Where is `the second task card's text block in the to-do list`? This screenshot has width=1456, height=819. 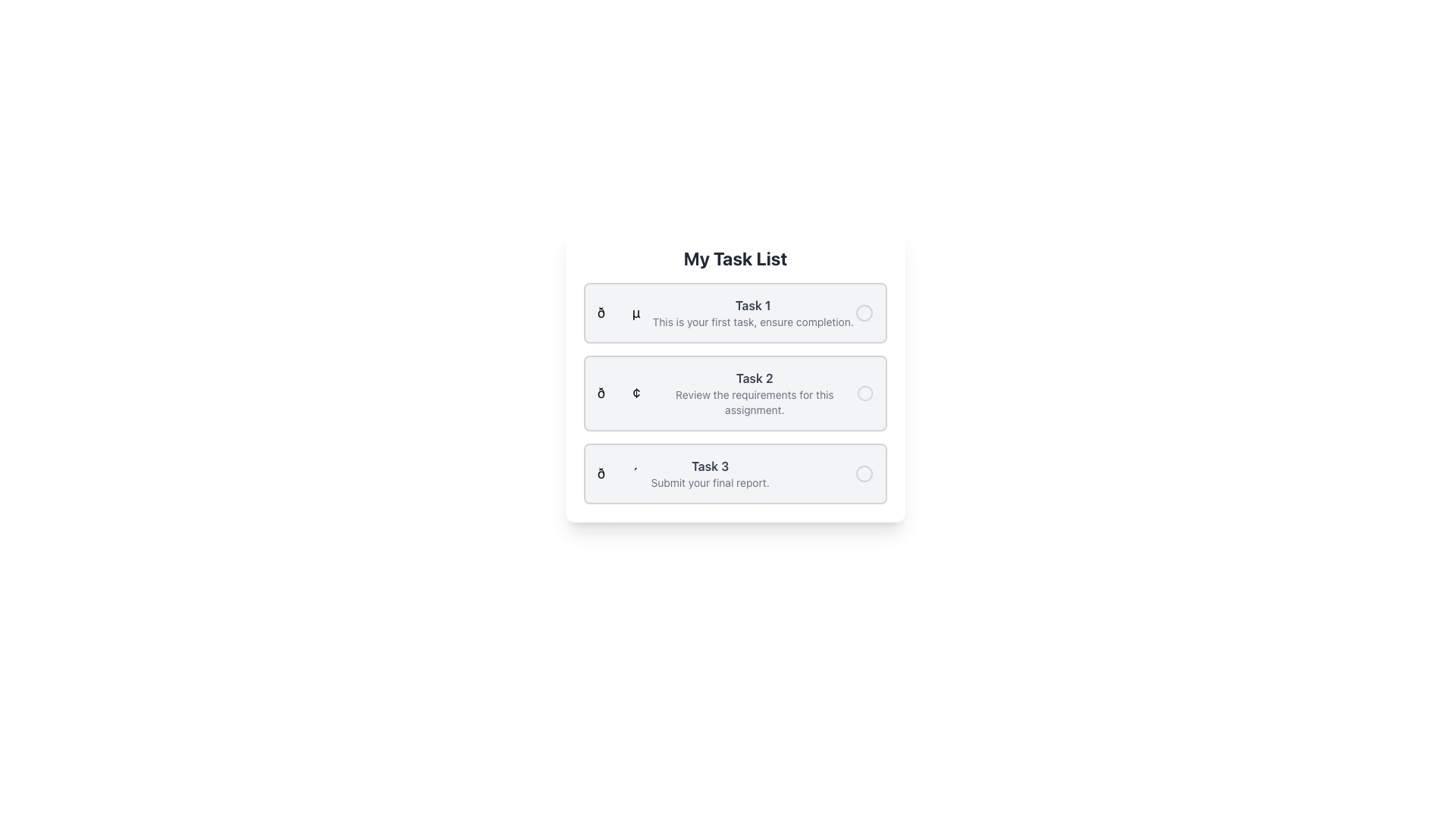 the second task card's text block in the to-do list is located at coordinates (755, 393).